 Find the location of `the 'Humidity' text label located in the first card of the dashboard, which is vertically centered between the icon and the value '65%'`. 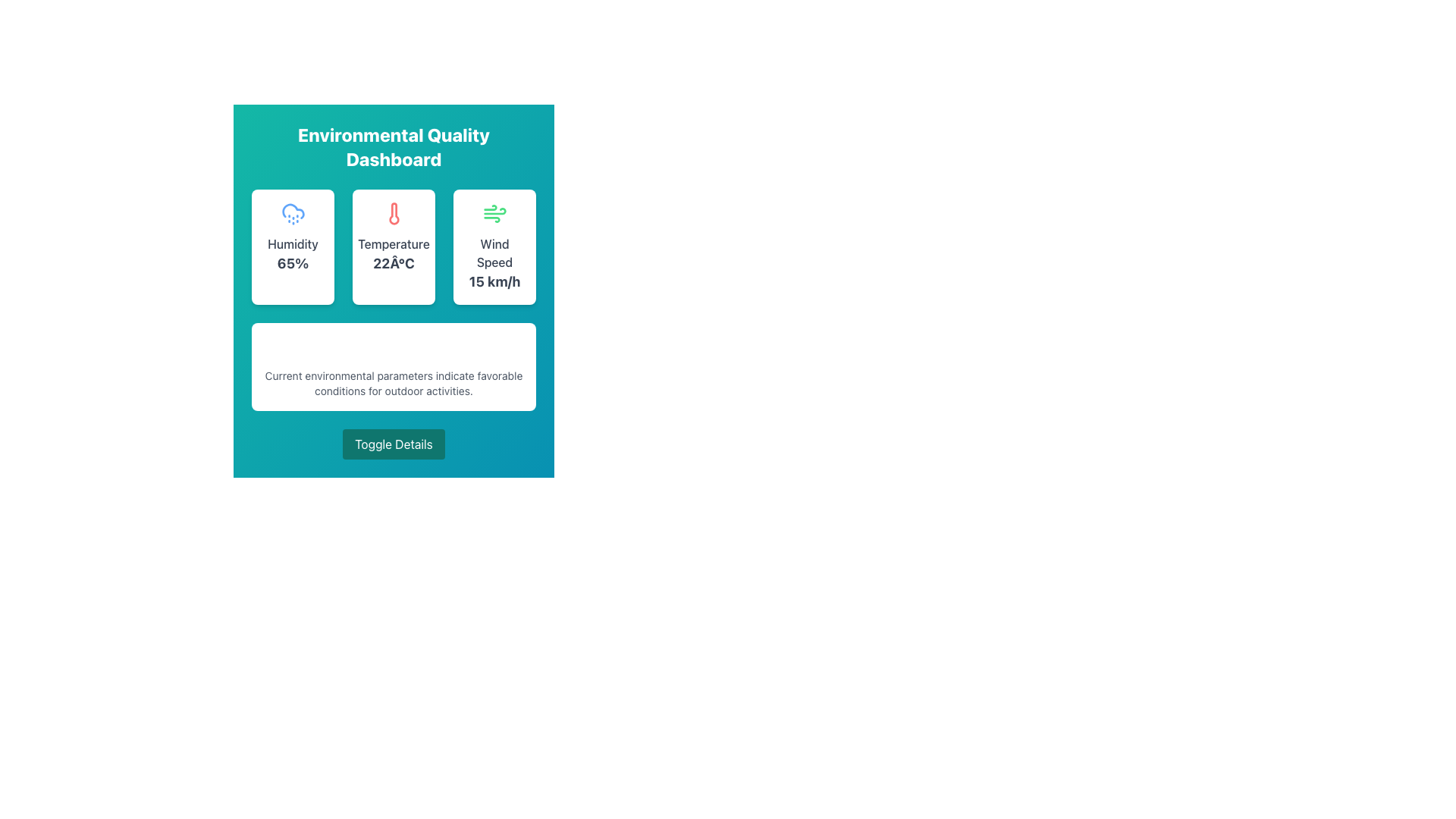

the 'Humidity' text label located in the first card of the dashboard, which is vertically centered between the icon and the value '65%' is located at coordinates (293, 243).